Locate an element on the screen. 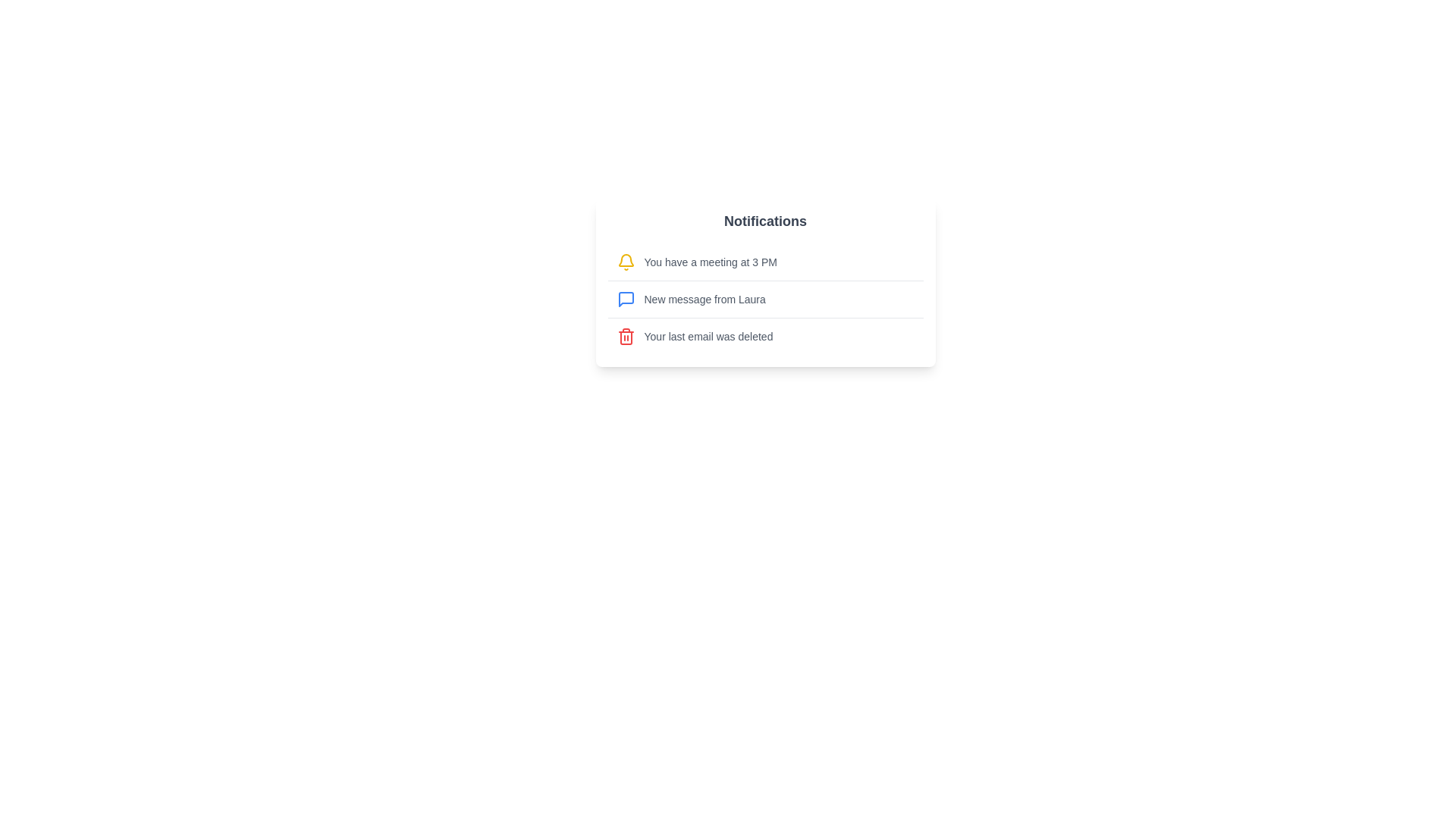 This screenshot has width=1456, height=819. text from the heading element located at the top of the notification card, which serves as the title for the section is located at coordinates (765, 221).